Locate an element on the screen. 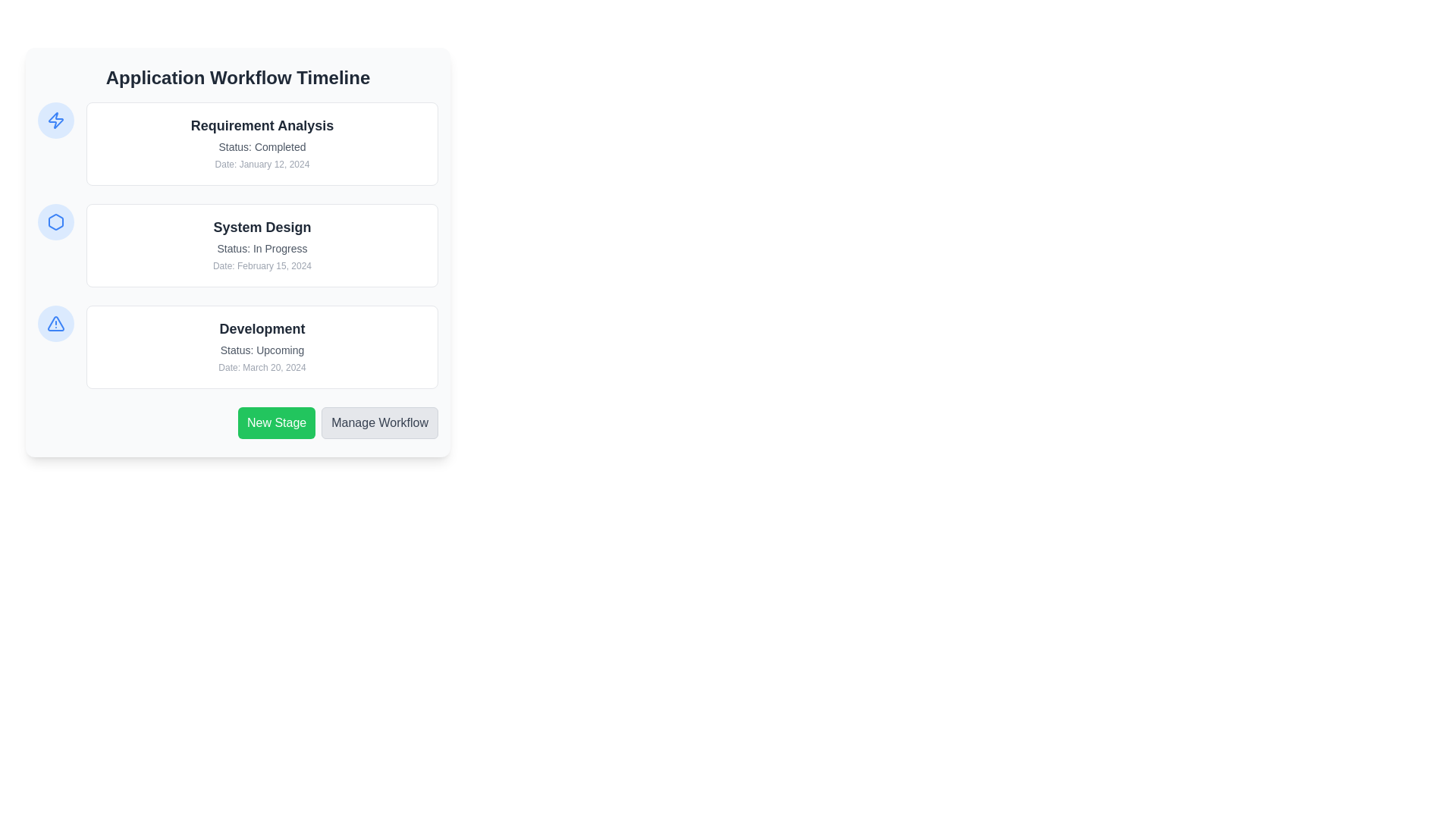 The height and width of the screenshot is (819, 1456). the static text indicating the status 'Upcoming' within the 'Development' card is located at coordinates (262, 350).